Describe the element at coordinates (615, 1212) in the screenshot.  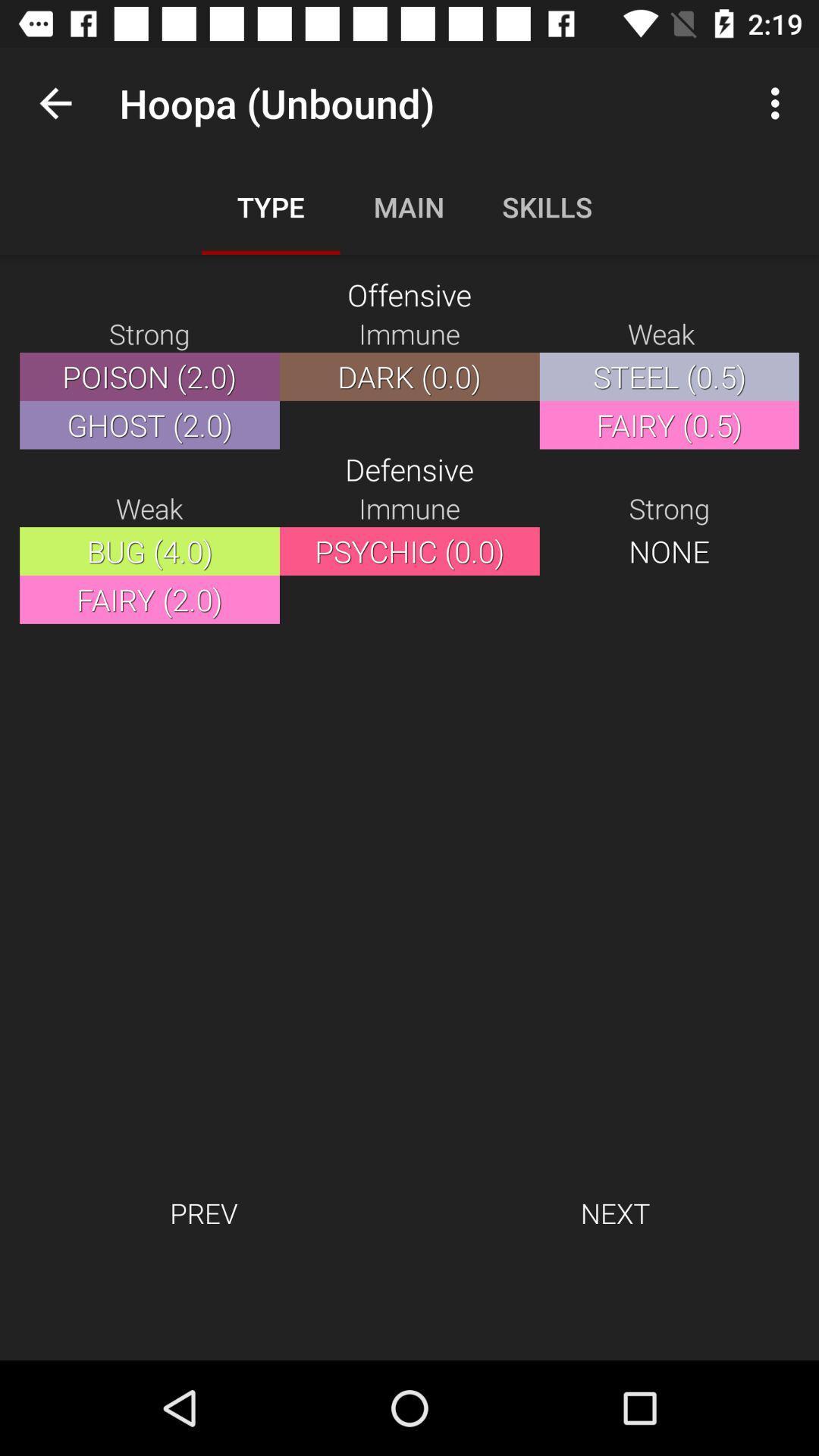
I see `the icon to the right of the prev icon` at that location.